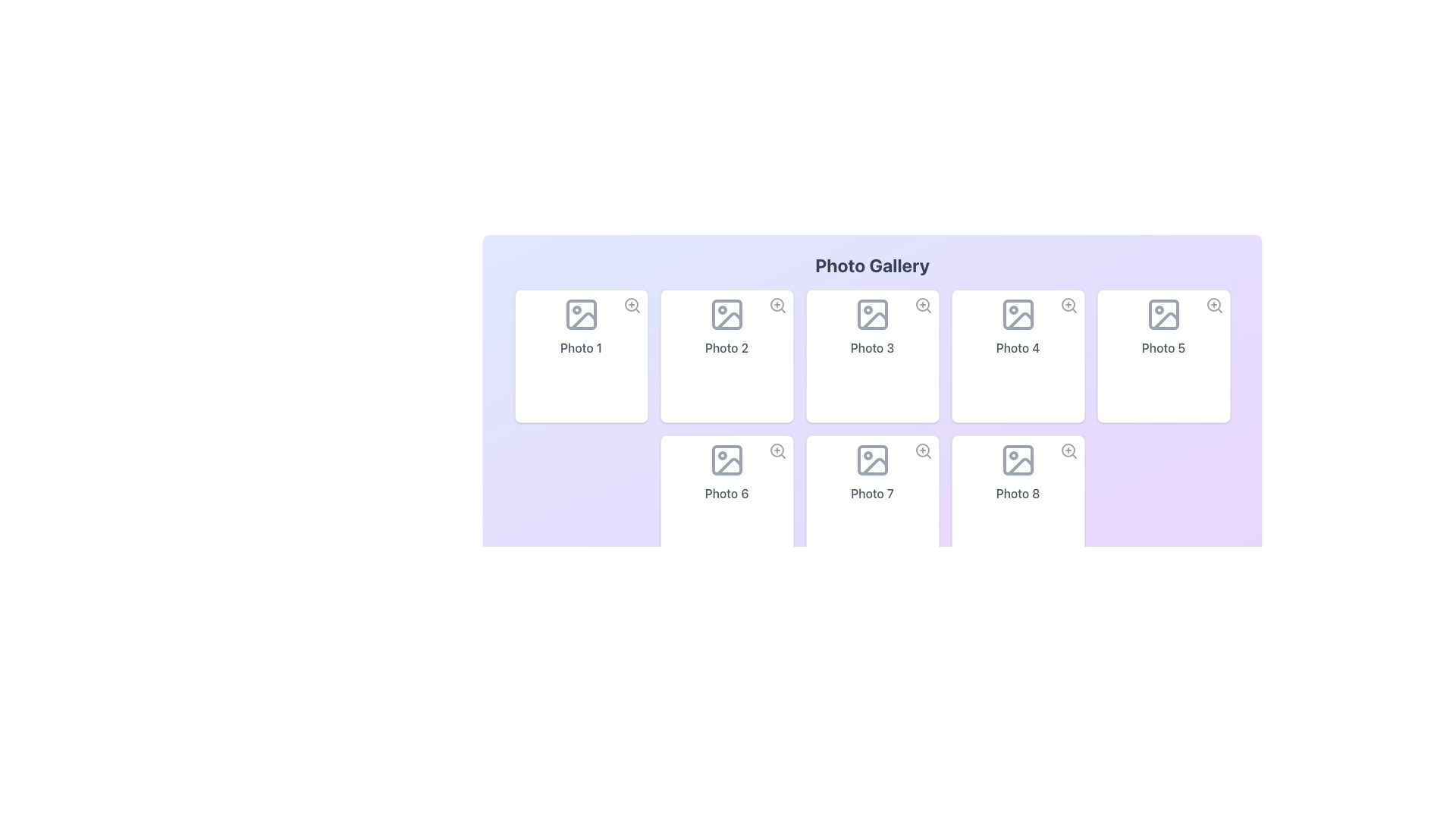 This screenshot has width=1456, height=819. I want to click on the descriptive text label for 'Photo 6' located at the bottom-center of the sixth card in the grid layout, so click(726, 494).